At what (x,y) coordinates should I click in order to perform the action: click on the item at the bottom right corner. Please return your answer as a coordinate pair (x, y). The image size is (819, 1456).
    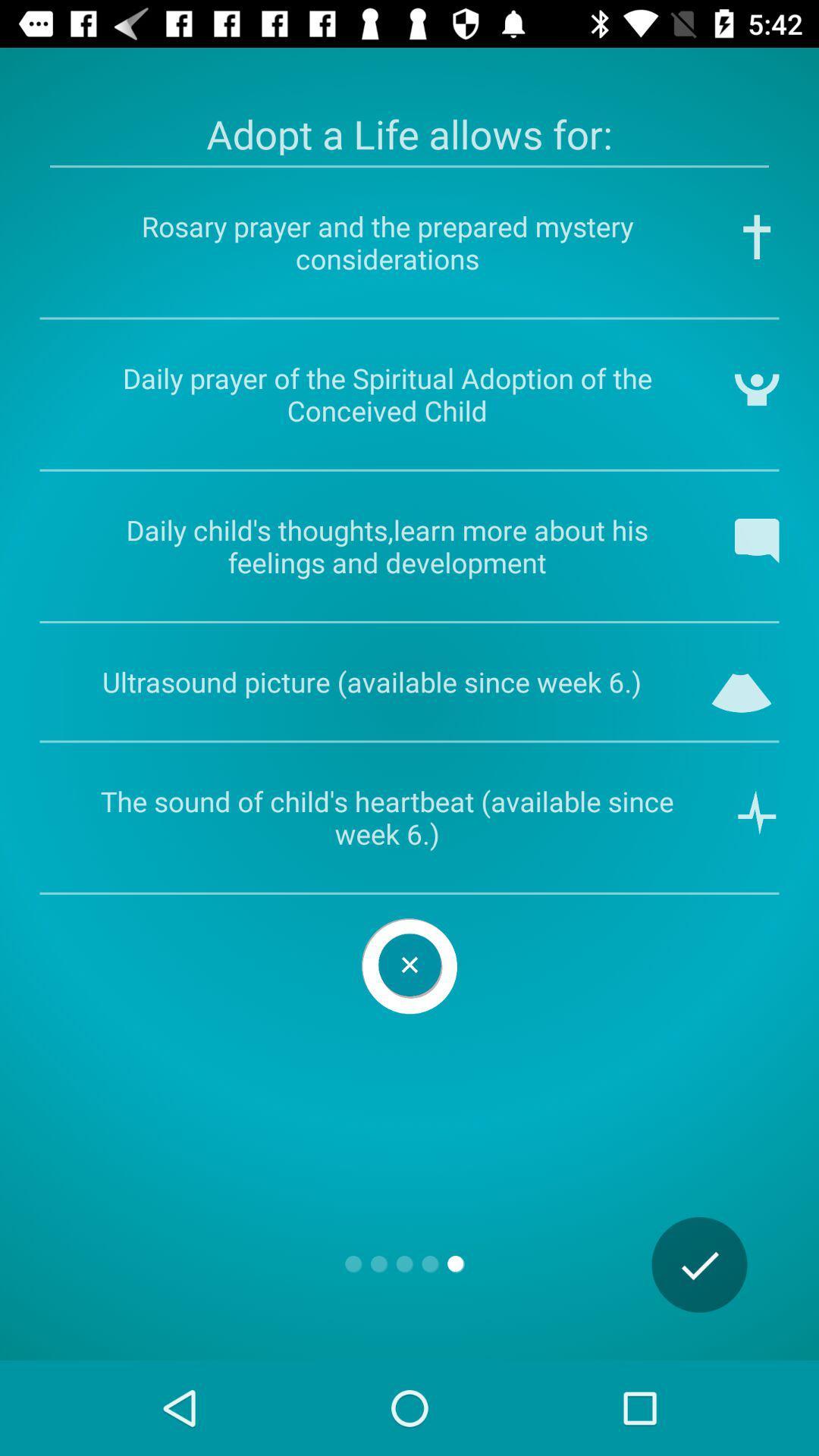
    Looking at the image, I should click on (699, 1265).